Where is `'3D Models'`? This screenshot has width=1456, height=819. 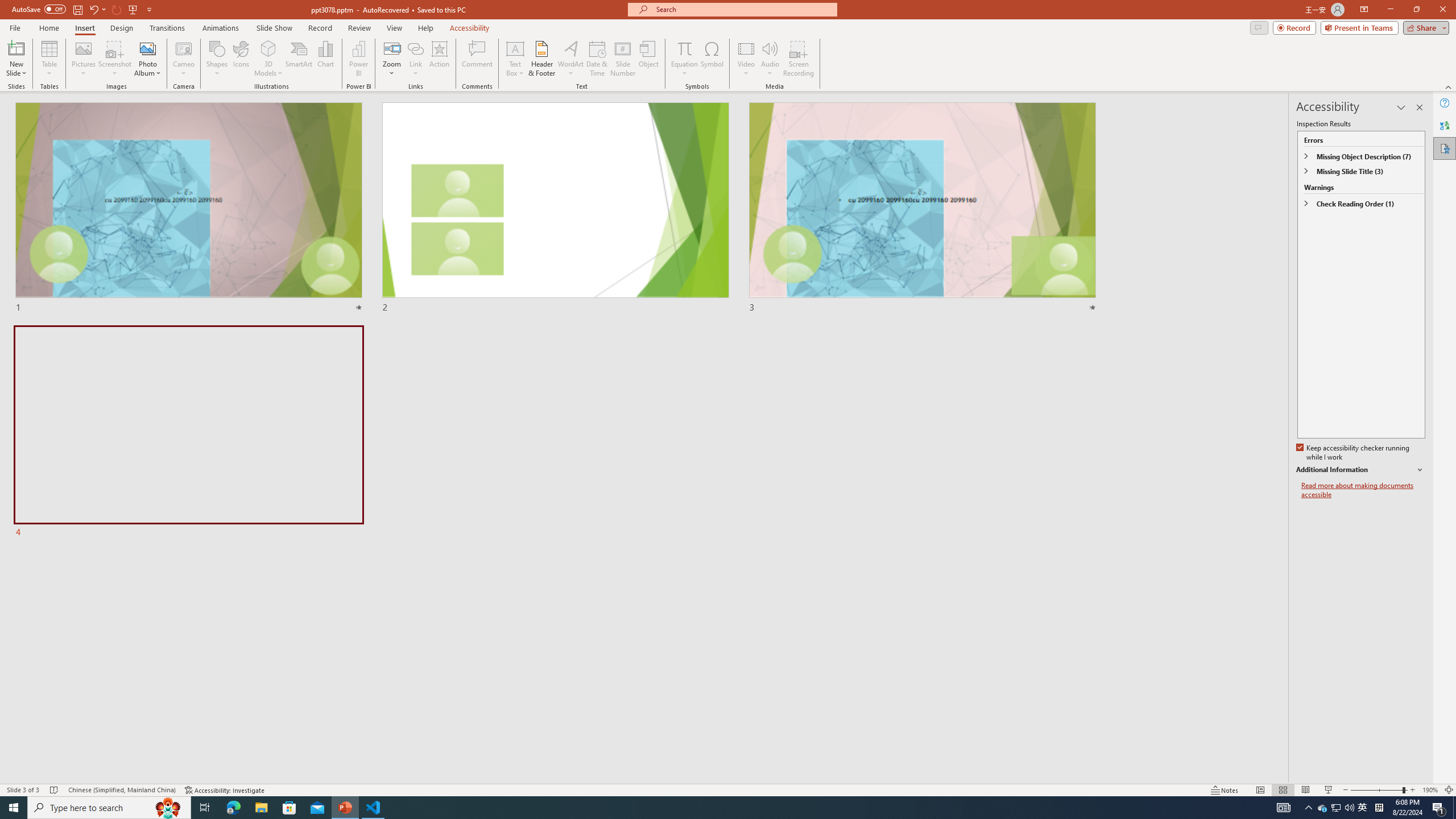 '3D Models' is located at coordinates (268, 59).